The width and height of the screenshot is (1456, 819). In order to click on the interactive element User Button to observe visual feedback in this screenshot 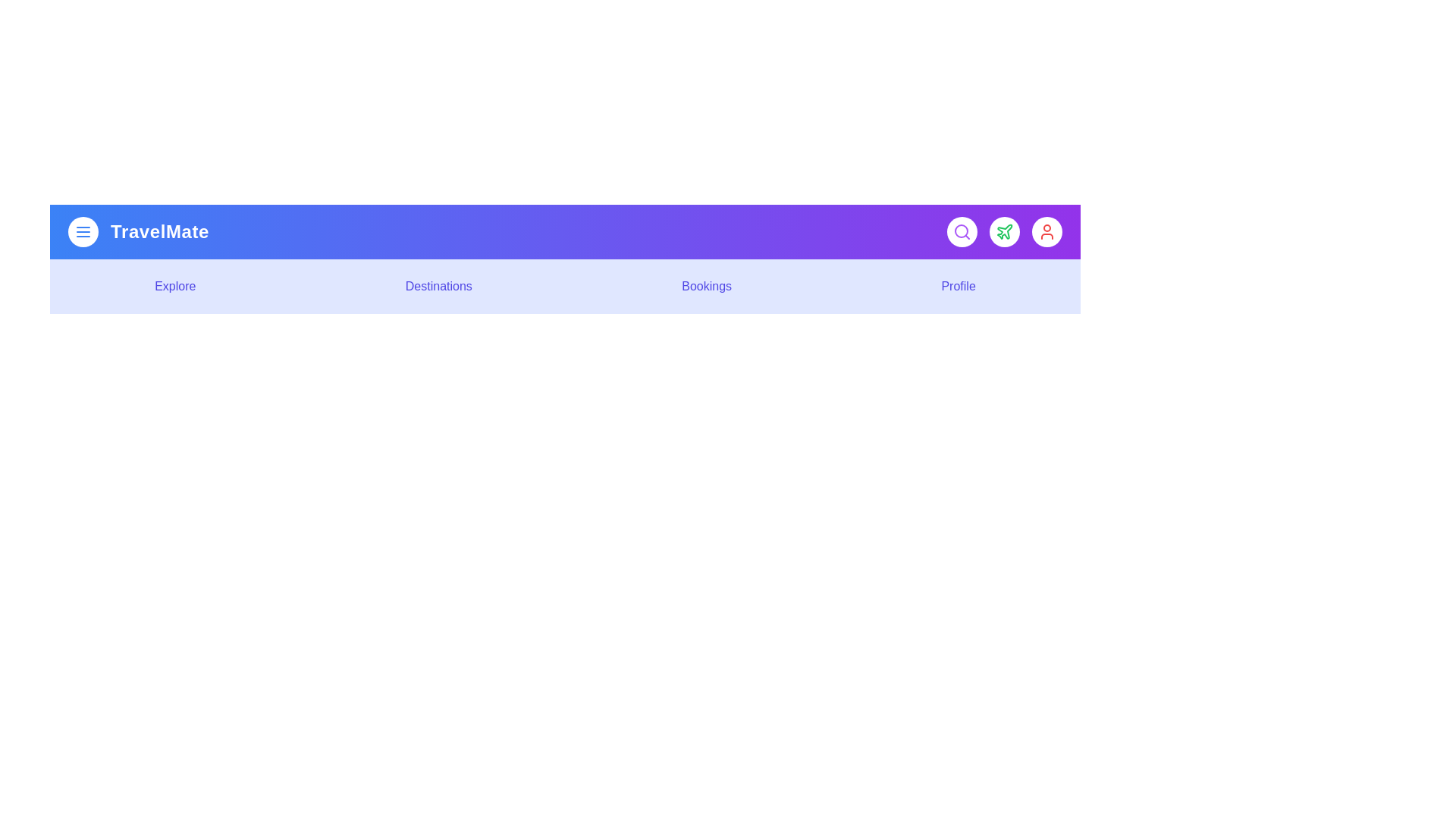, I will do `click(1046, 231)`.